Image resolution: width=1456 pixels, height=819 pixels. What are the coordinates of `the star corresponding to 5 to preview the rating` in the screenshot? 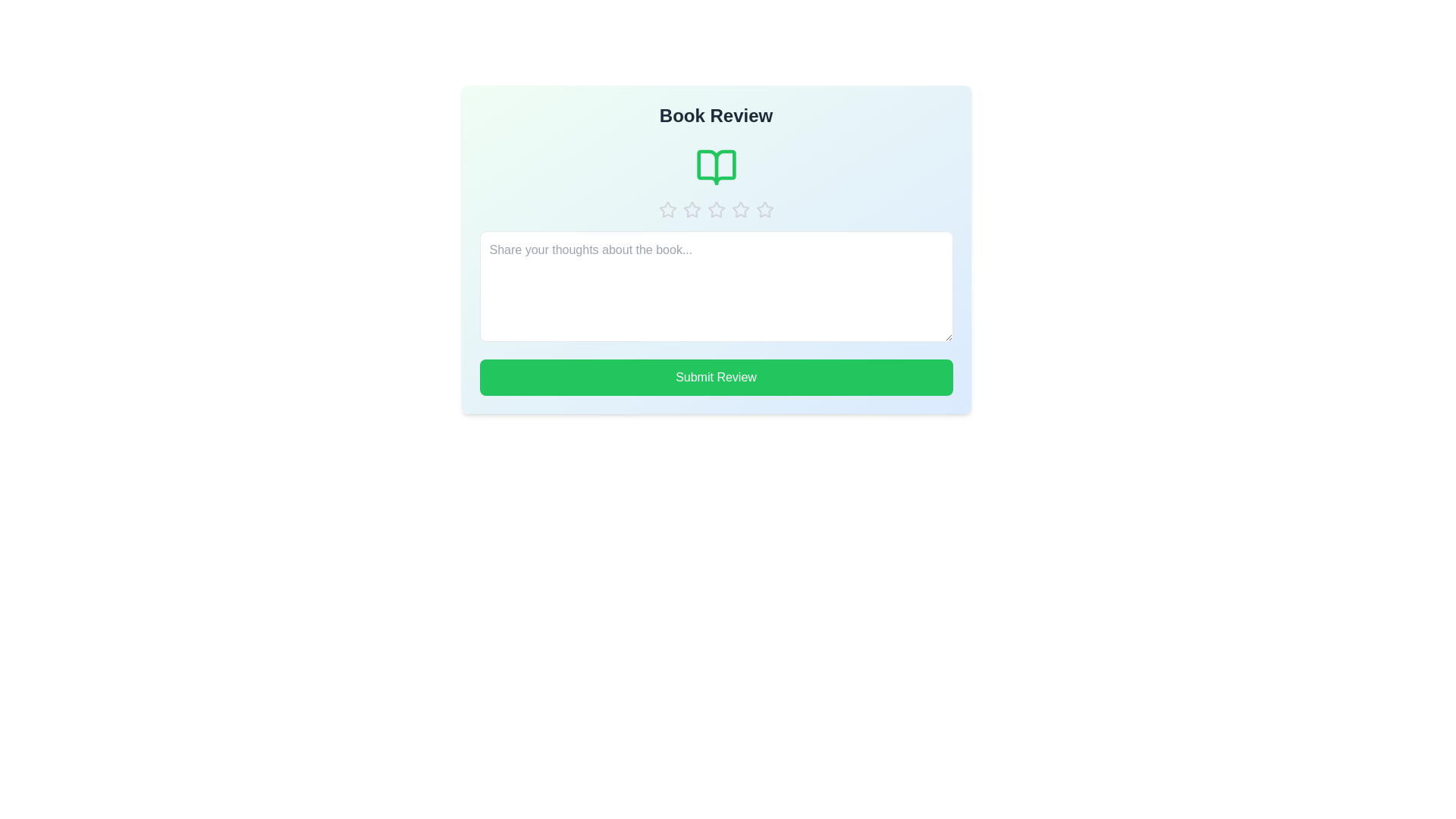 It's located at (764, 210).